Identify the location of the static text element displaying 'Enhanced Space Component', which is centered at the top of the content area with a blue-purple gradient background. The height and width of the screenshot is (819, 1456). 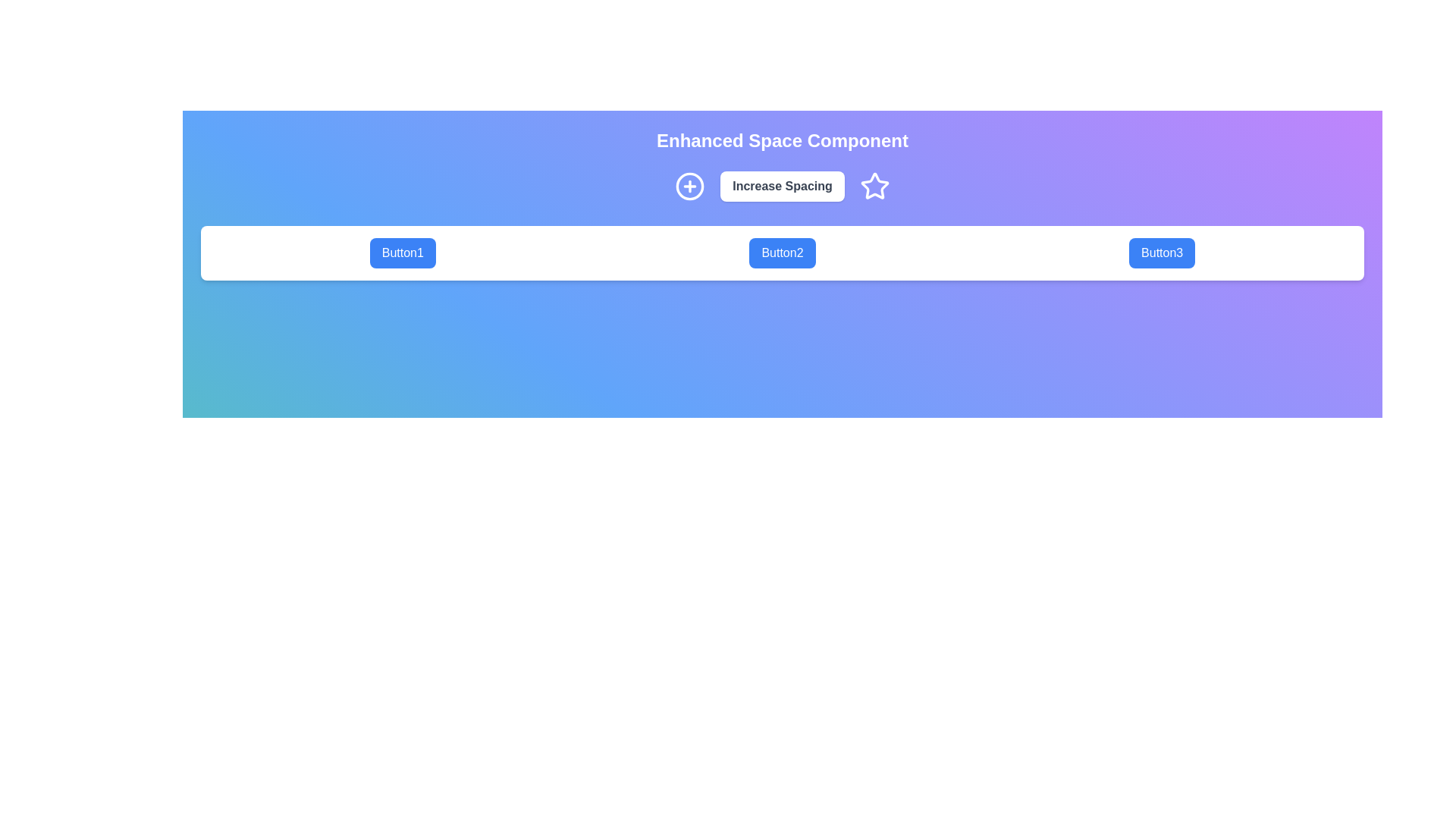
(783, 140).